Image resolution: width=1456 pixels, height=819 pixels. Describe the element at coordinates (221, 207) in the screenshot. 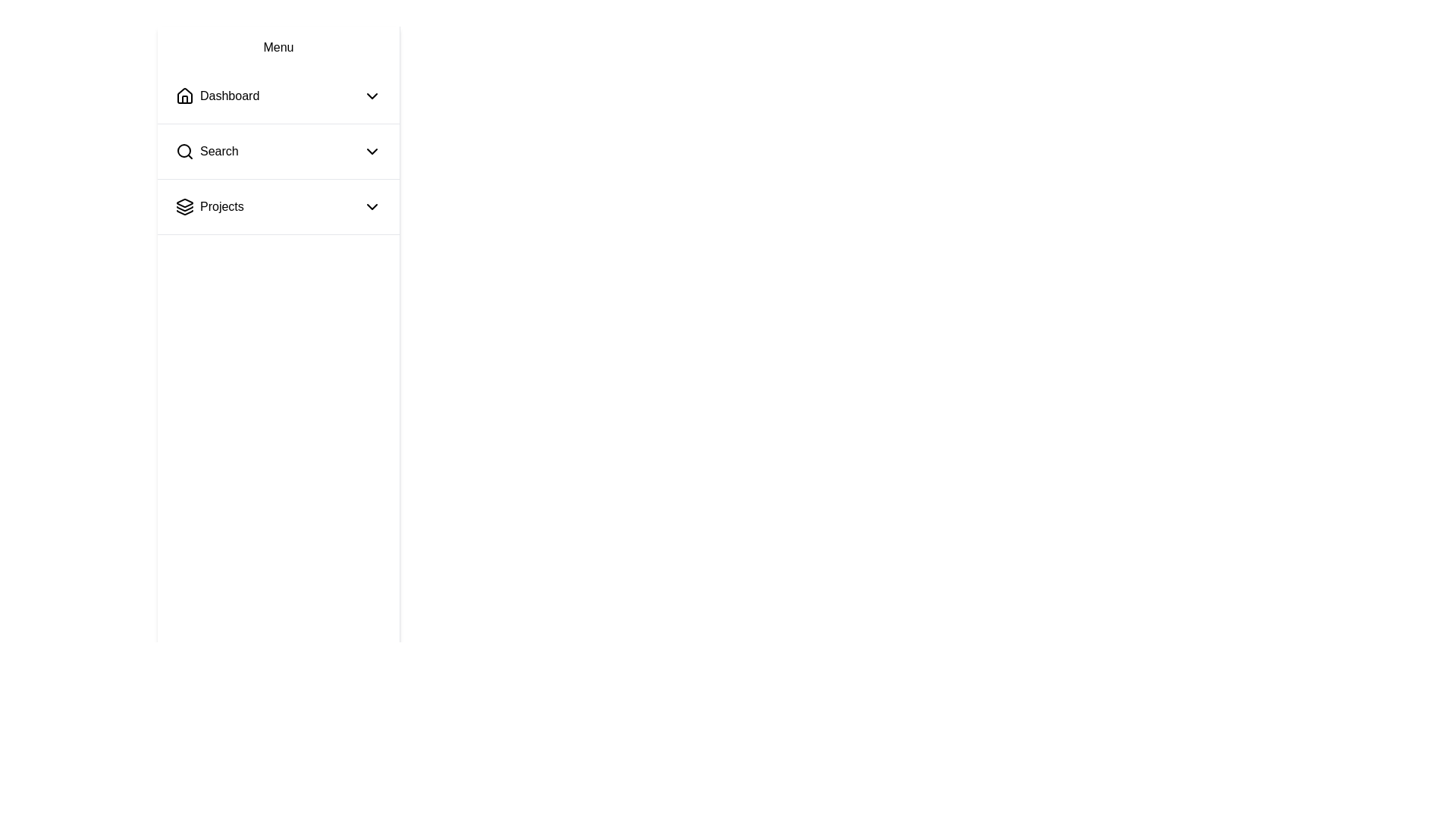

I see `the 'Projects' navigation label located in the vertical menu under 'Dashboard' and 'Search'` at that location.